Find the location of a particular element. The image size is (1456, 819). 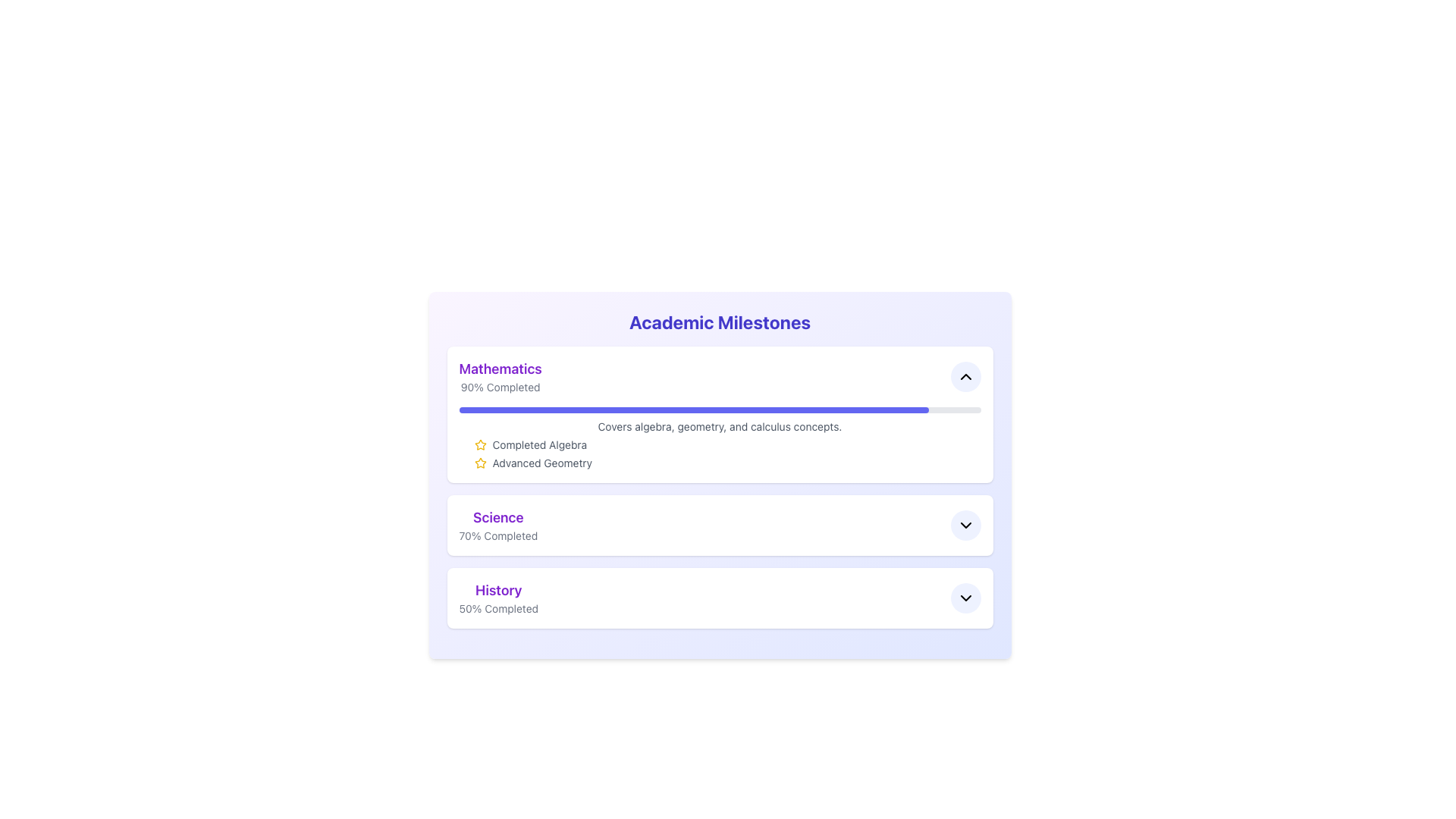

progress information displayed for the Science subject in the List Item with Progress Information and Expand/Collapse Interaction, which shows that 70% of the tasks have been completed is located at coordinates (719, 525).